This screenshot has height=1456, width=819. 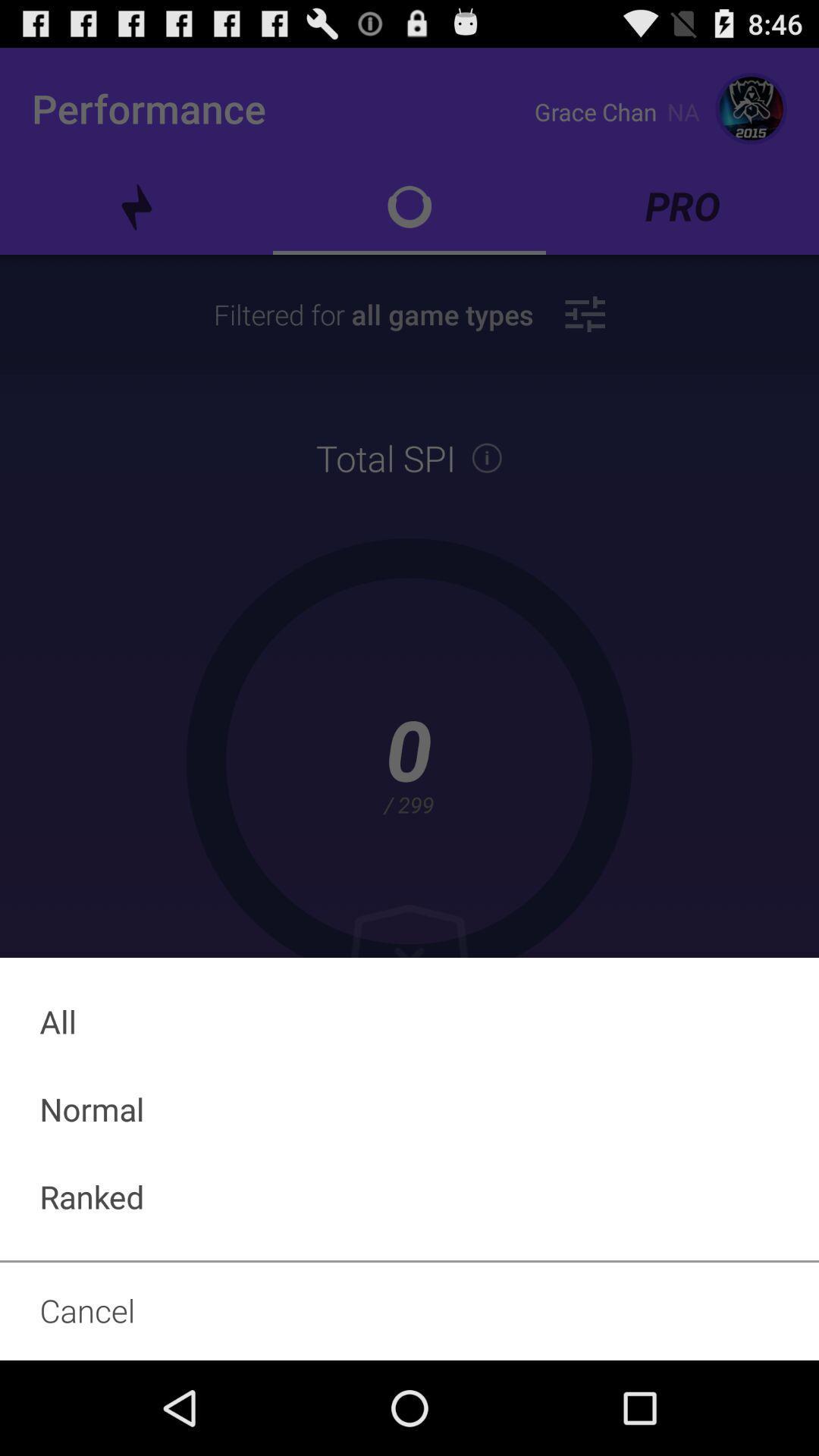 What do you see at coordinates (409, 1021) in the screenshot?
I see `the all icon` at bounding box center [409, 1021].